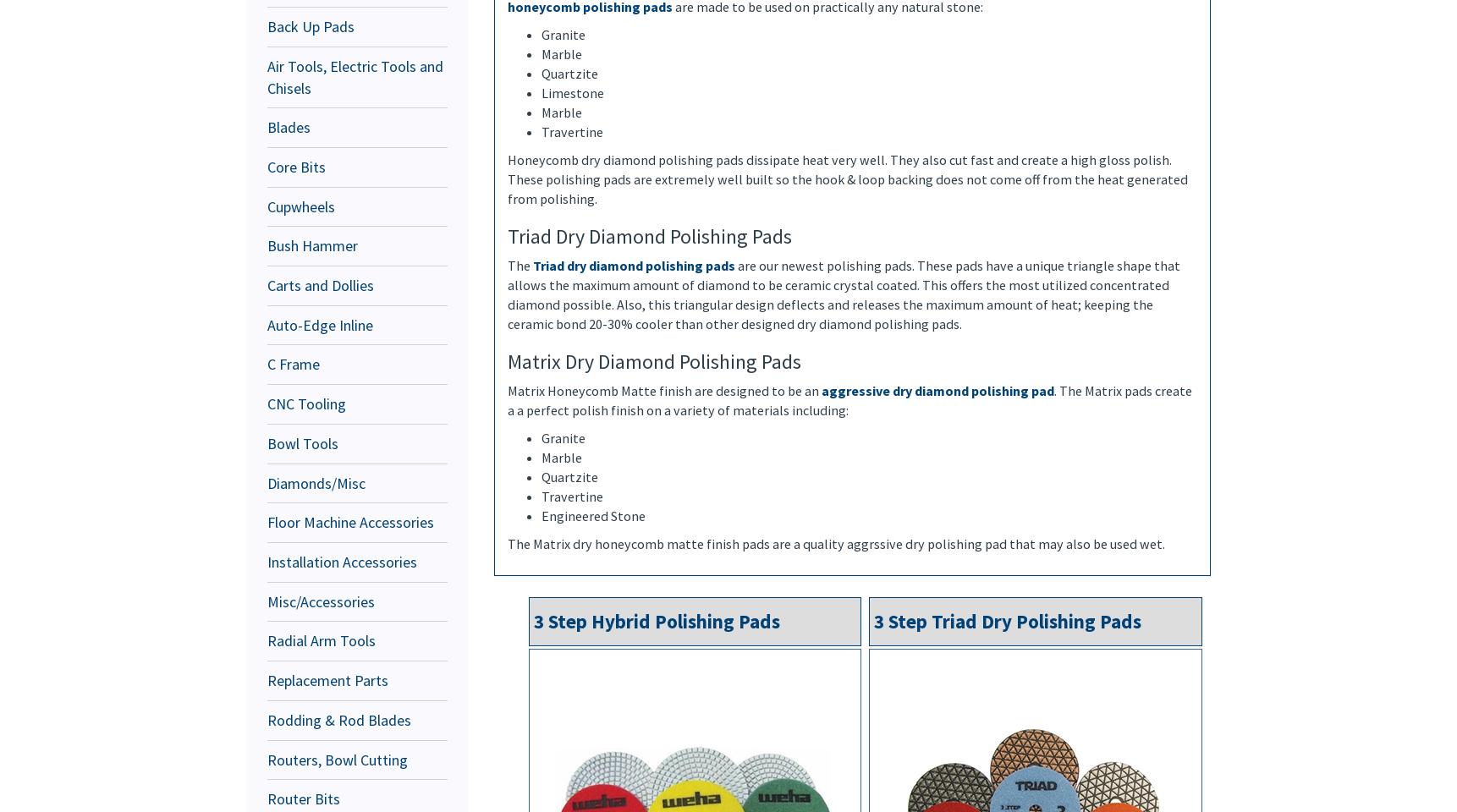 Image resolution: width=1457 pixels, height=812 pixels. What do you see at coordinates (321, 601) in the screenshot?
I see `'Misc/Accessories'` at bounding box center [321, 601].